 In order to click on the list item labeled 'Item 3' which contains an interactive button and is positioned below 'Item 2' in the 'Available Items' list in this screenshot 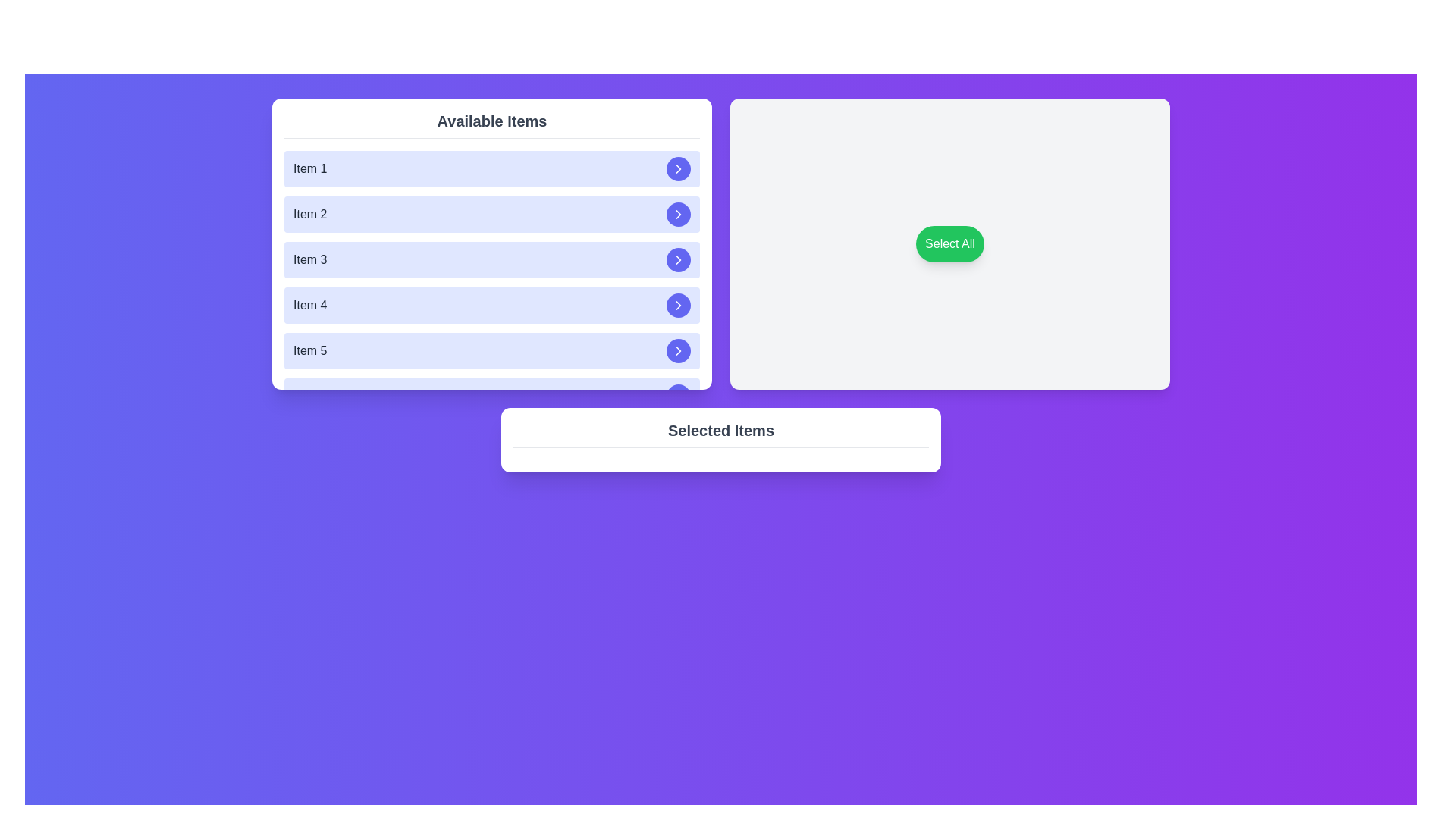, I will do `click(491, 259)`.